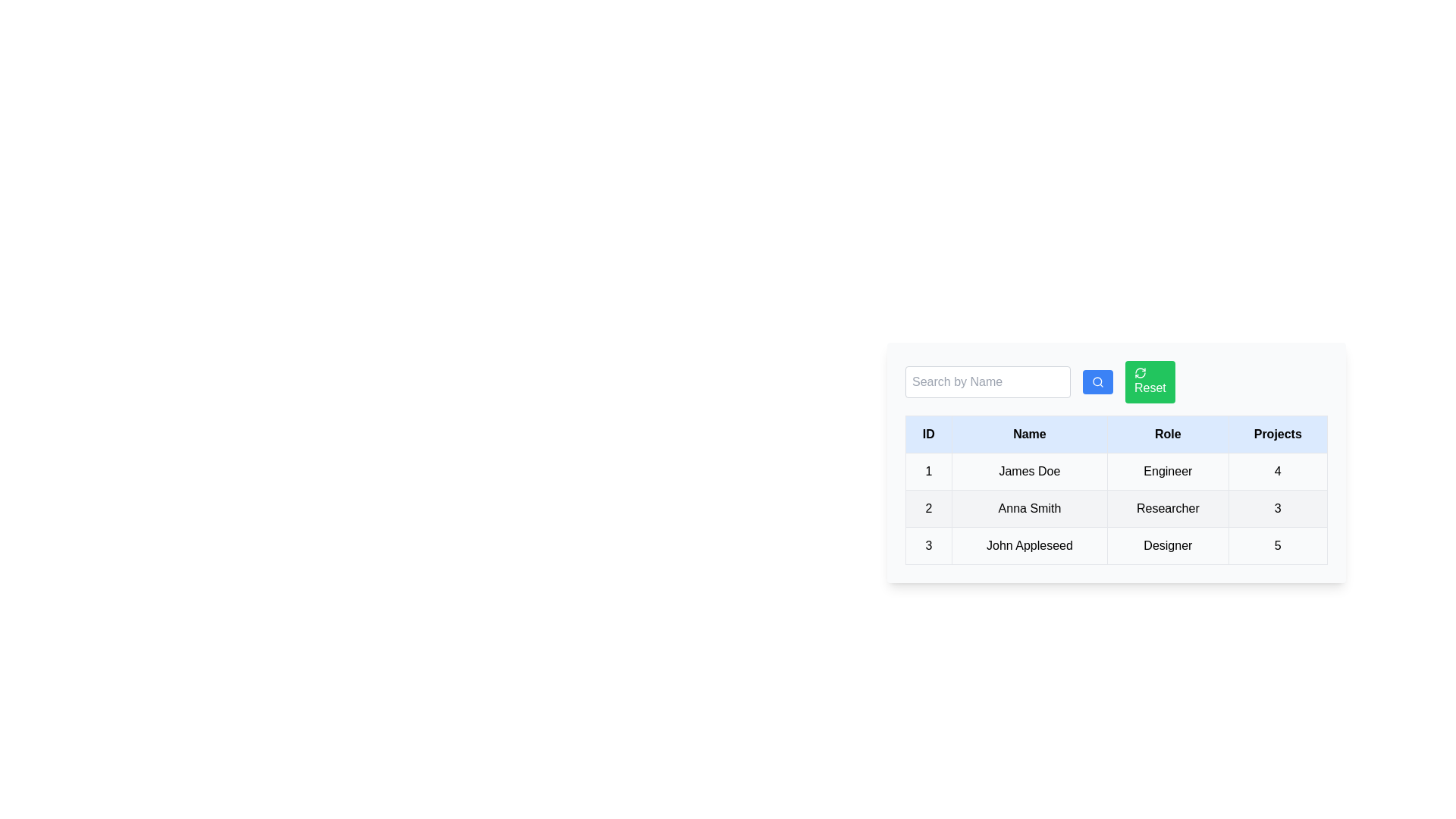 The image size is (1456, 819). I want to click on the search input field to focus on it, so click(987, 381).